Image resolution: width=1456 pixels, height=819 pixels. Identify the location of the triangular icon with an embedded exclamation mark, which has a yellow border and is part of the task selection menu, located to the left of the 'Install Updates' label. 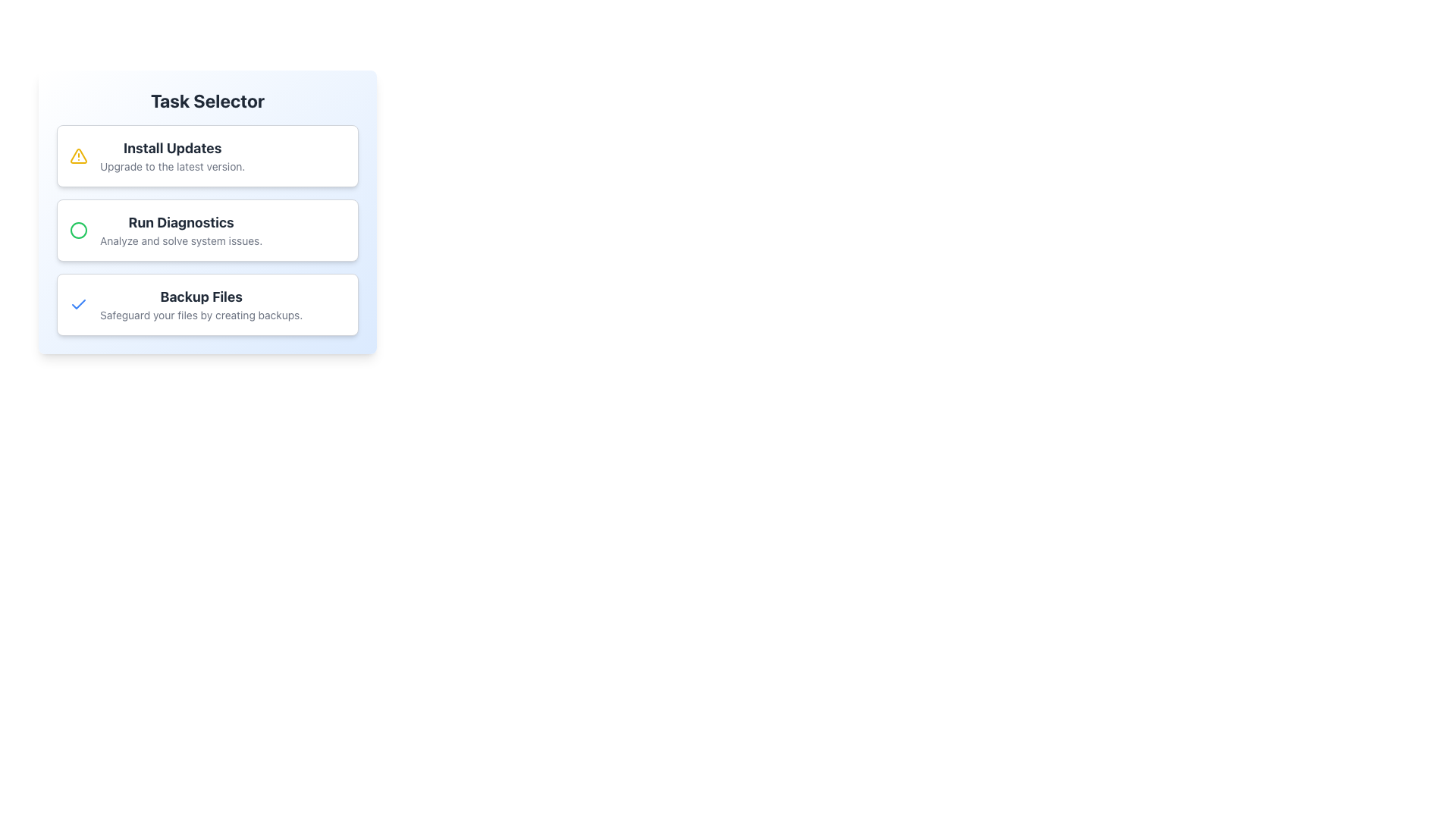
(78, 155).